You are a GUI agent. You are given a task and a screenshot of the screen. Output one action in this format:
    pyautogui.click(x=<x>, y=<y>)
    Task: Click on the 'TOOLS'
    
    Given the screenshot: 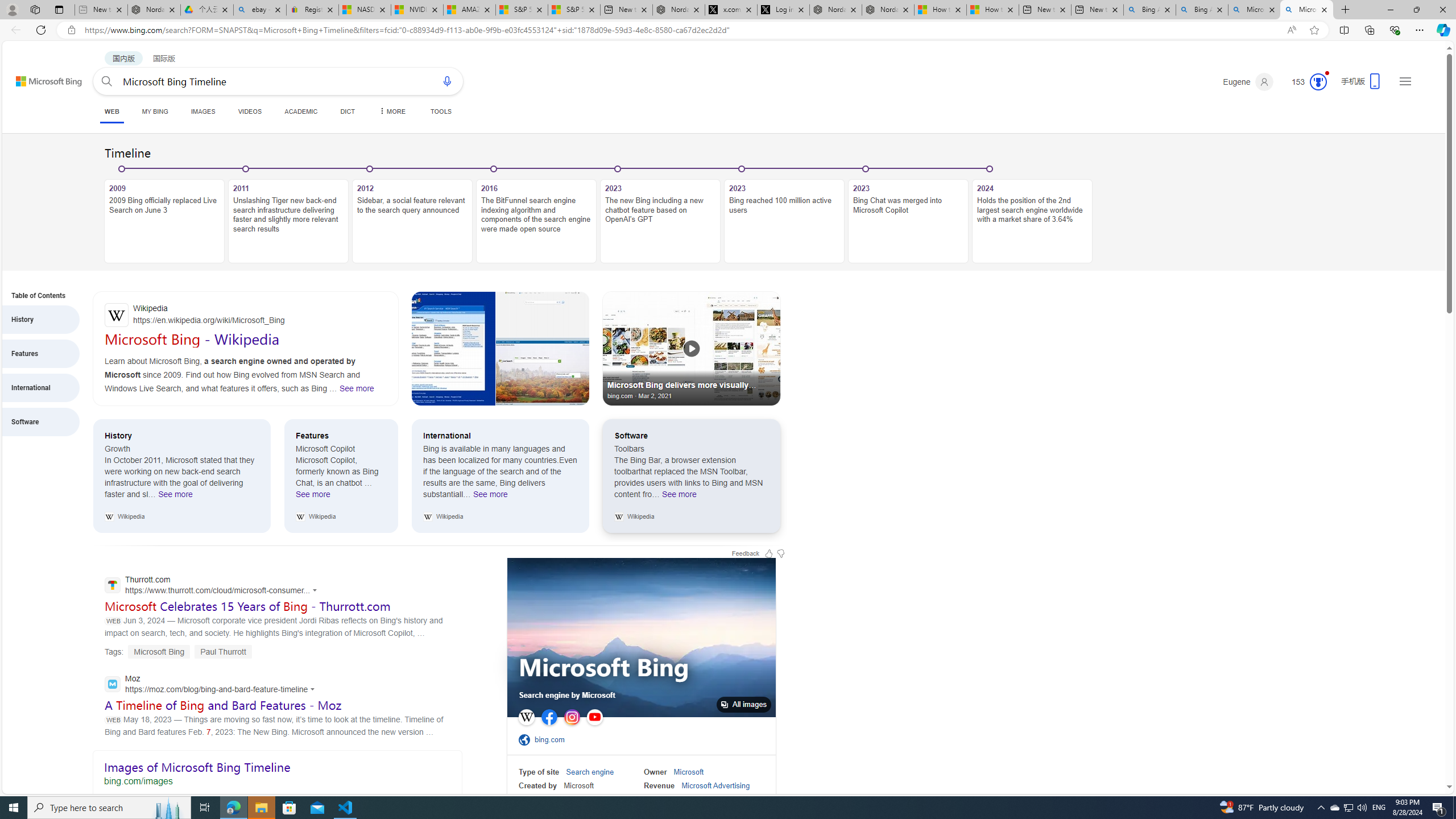 What is the action you would take?
    pyautogui.click(x=440, y=111)
    